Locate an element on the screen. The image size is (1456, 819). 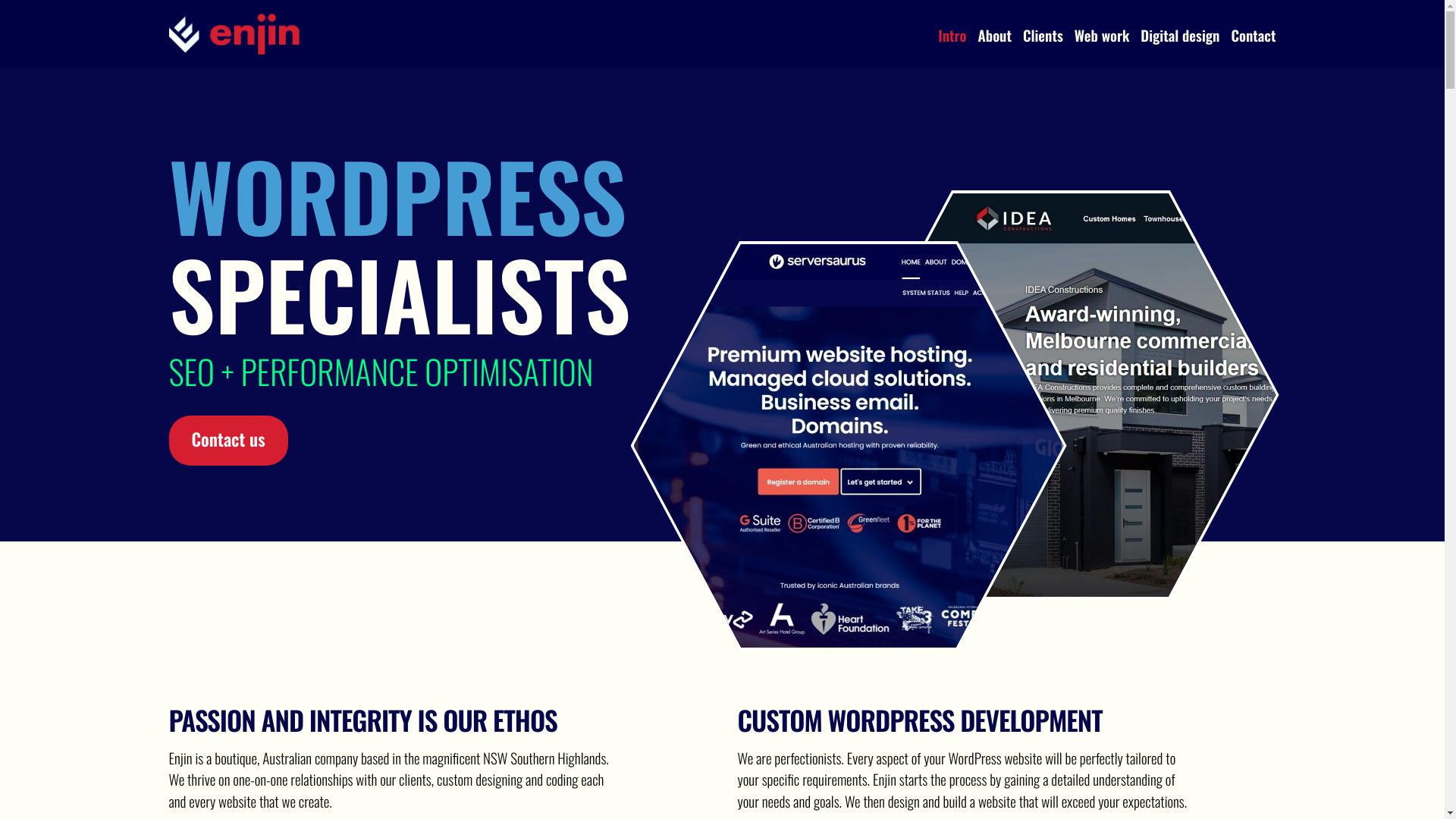
'Clients' is located at coordinates (1022, 35).